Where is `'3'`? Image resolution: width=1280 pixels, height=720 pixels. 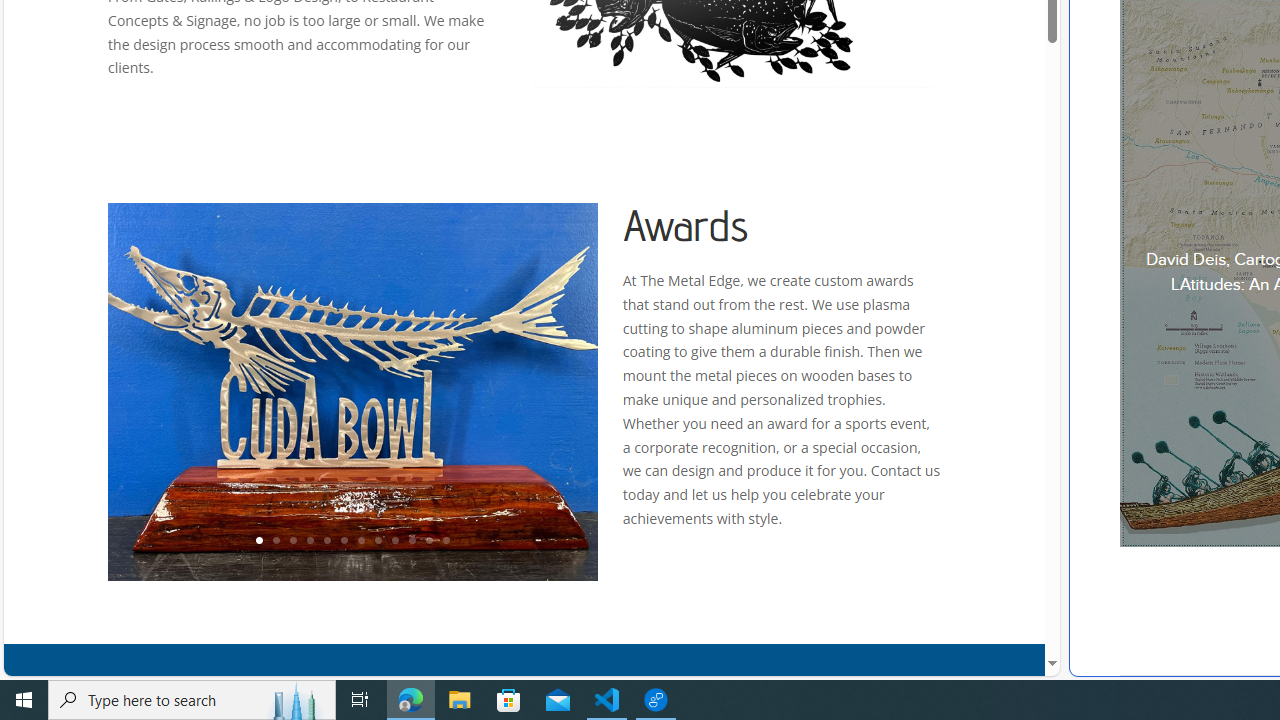
'3' is located at coordinates (292, 541).